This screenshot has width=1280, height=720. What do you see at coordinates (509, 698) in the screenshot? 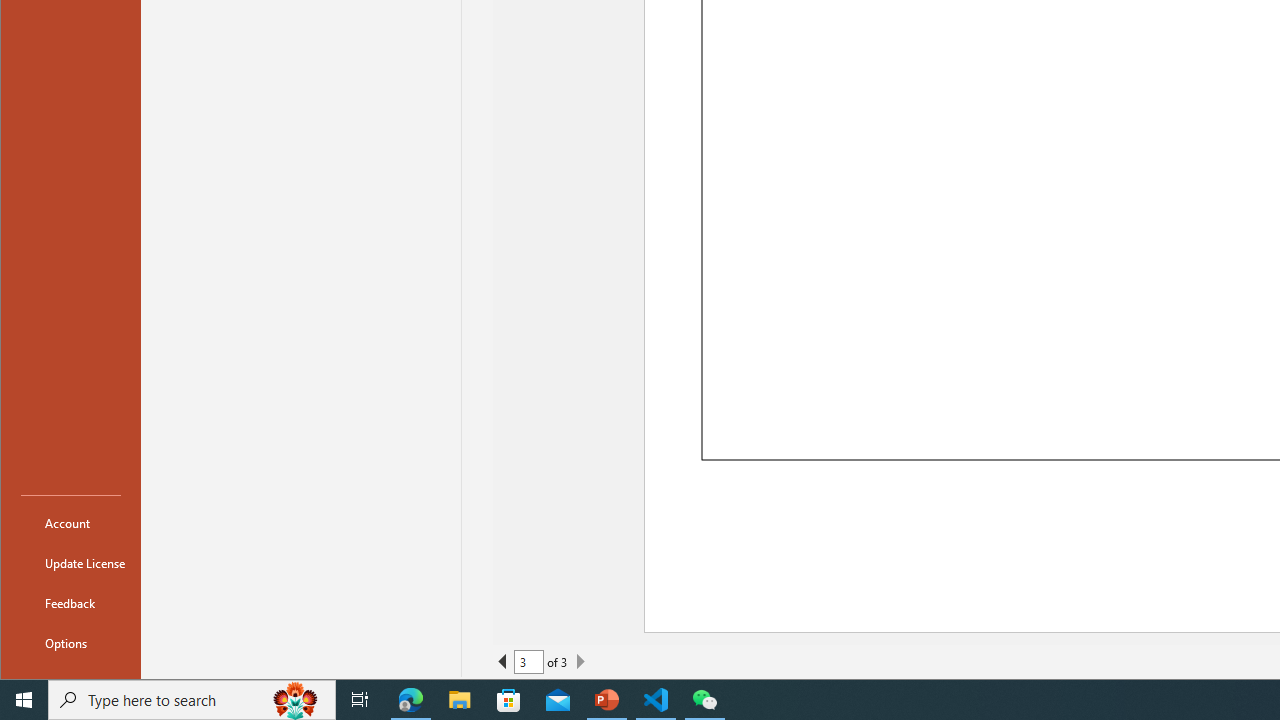
I see `'Microsoft Store'` at bounding box center [509, 698].